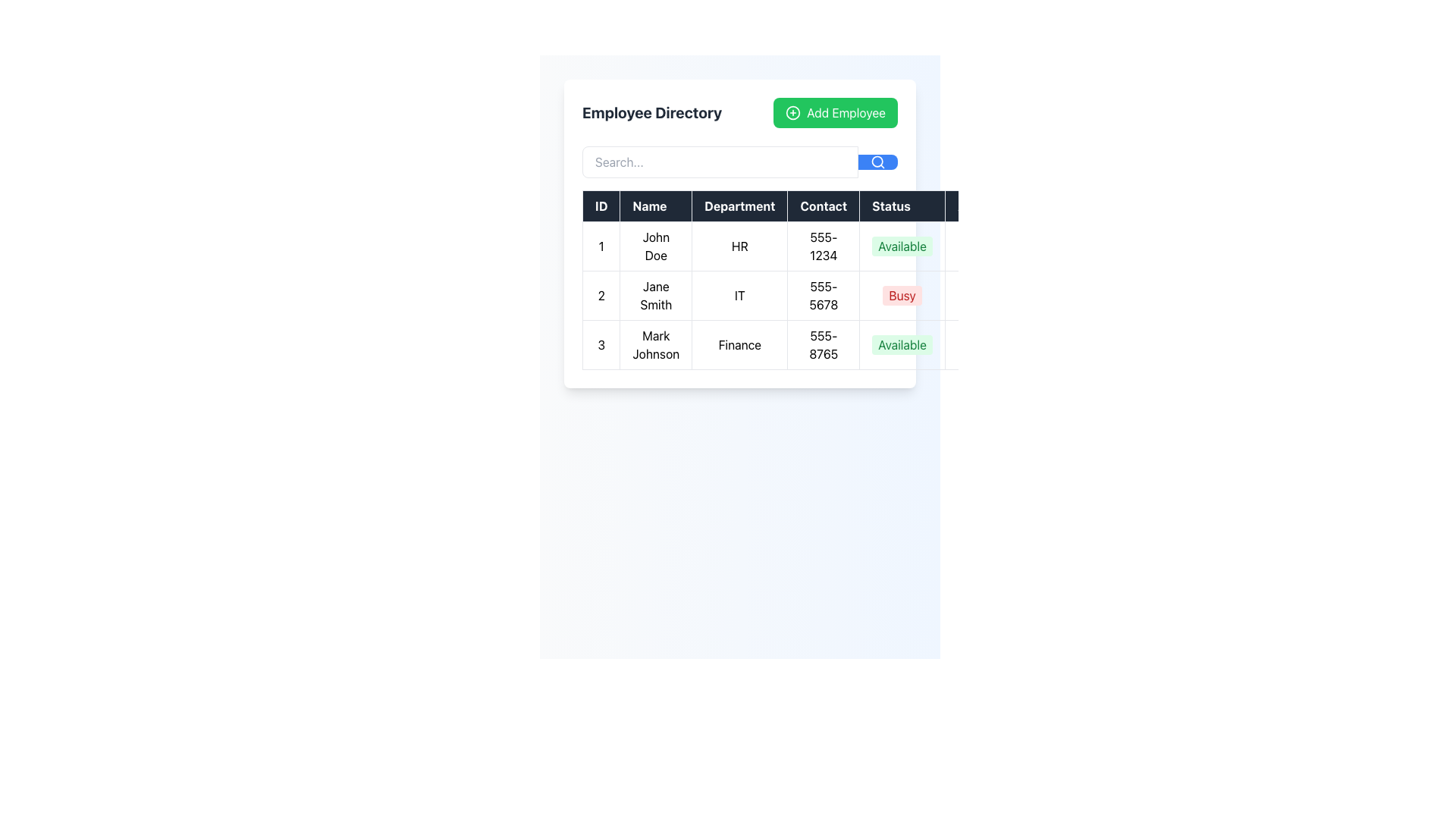 Image resolution: width=1456 pixels, height=819 pixels. I want to click on text from the header cell labeled 'Name' in the table, located between 'ID' and 'Department', so click(656, 206).